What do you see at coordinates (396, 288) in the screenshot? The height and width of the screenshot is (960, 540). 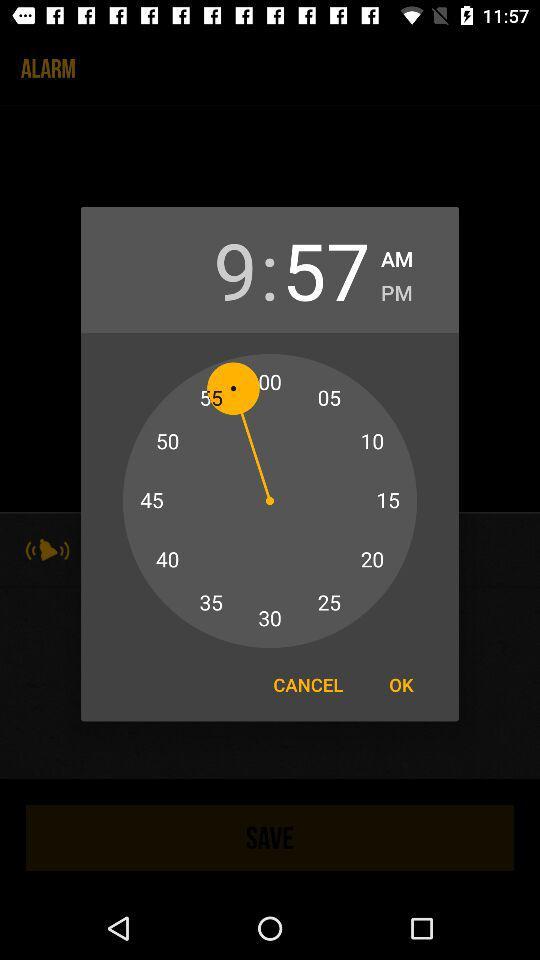 I see `icon to the right of 57 item` at bounding box center [396, 288].